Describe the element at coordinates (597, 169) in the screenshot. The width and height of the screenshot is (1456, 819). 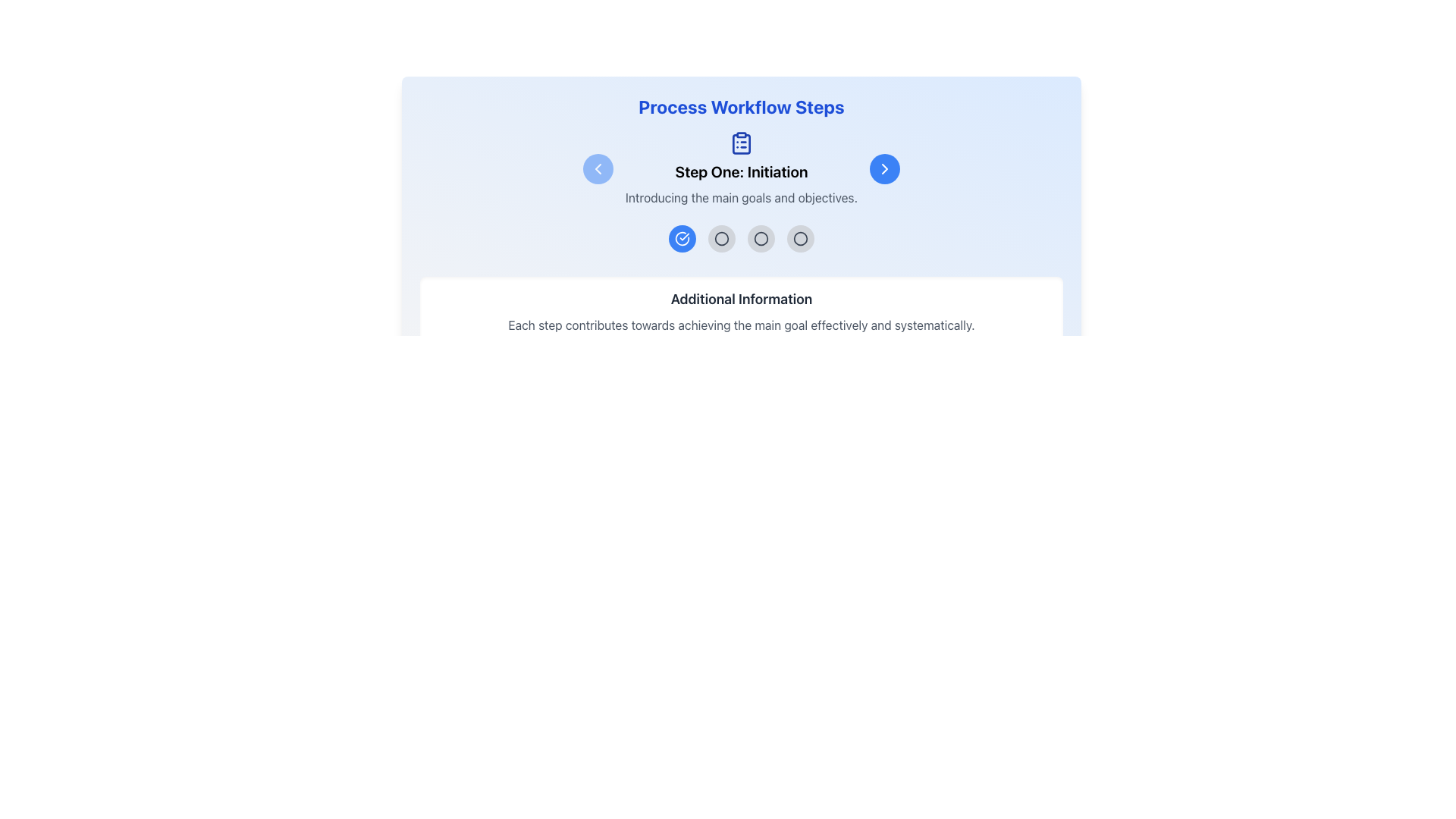
I see `the minimalist left-arrow icon button located immediately to the left of the 'Step One: Initiation' heading` at that location.